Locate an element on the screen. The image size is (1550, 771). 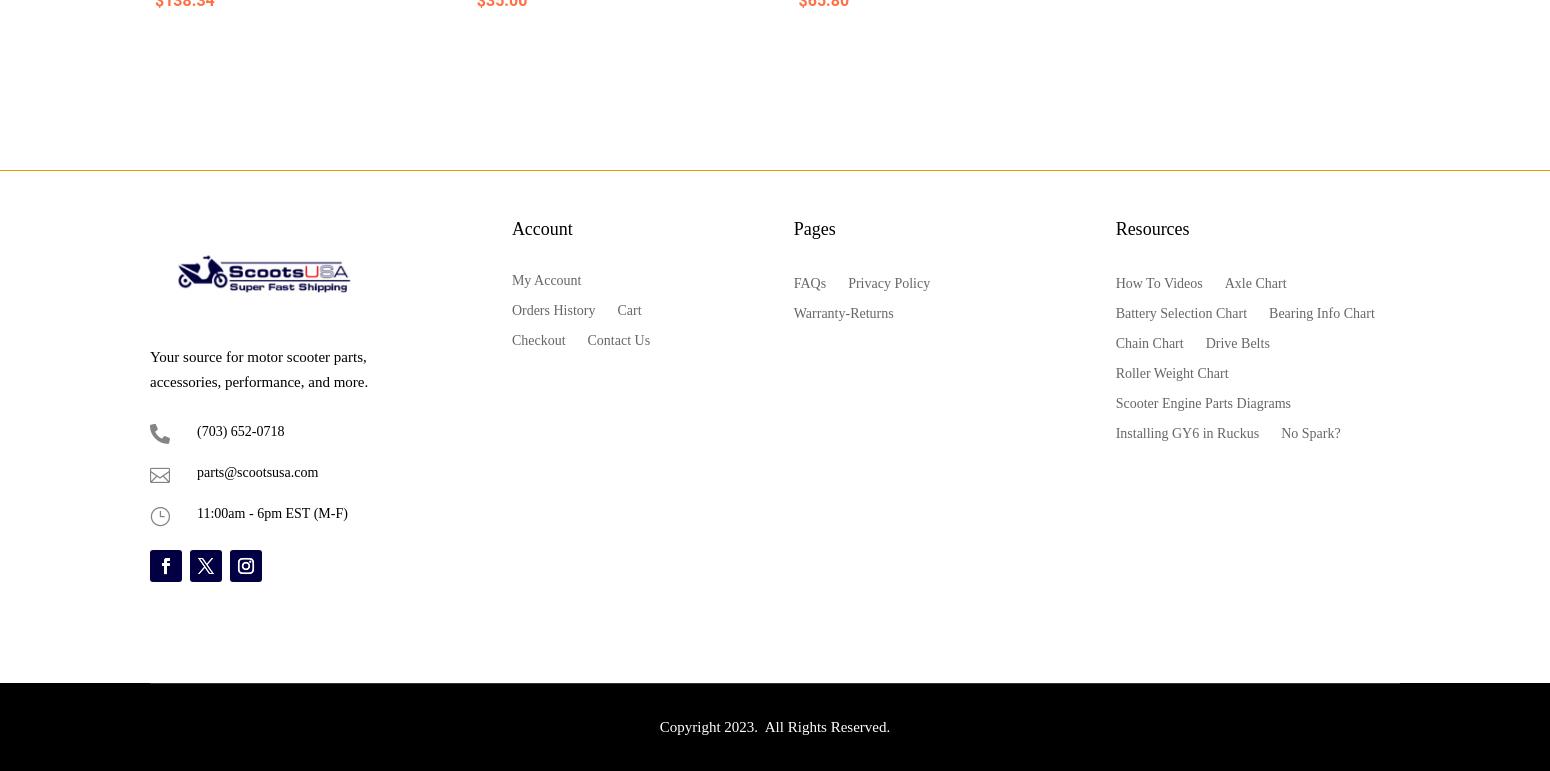
'Roller Weight Chart' is located at coordinates (1171, 372).